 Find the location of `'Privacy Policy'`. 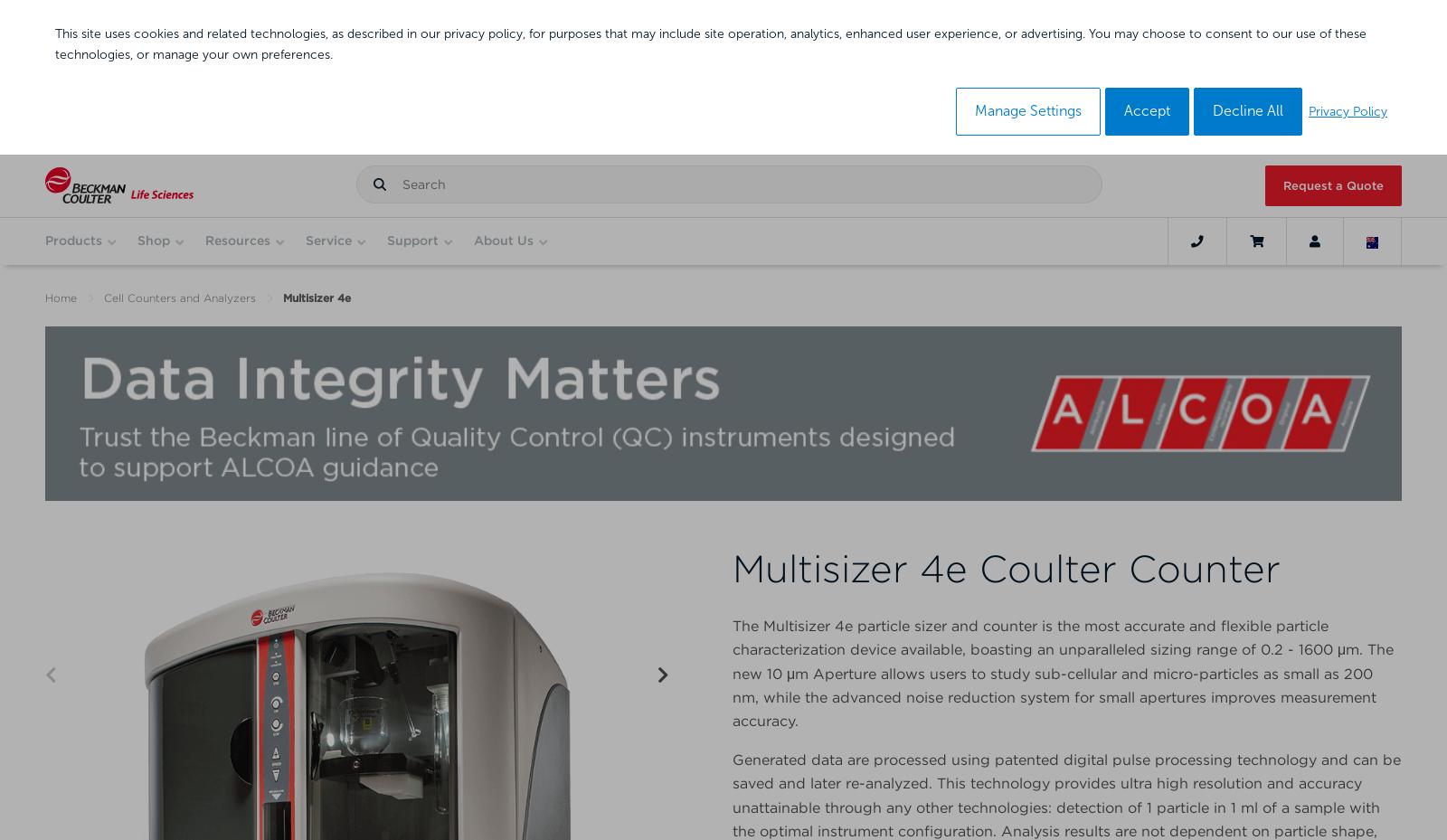

'Privacy Policy' is located at coordinates (1348, 111).